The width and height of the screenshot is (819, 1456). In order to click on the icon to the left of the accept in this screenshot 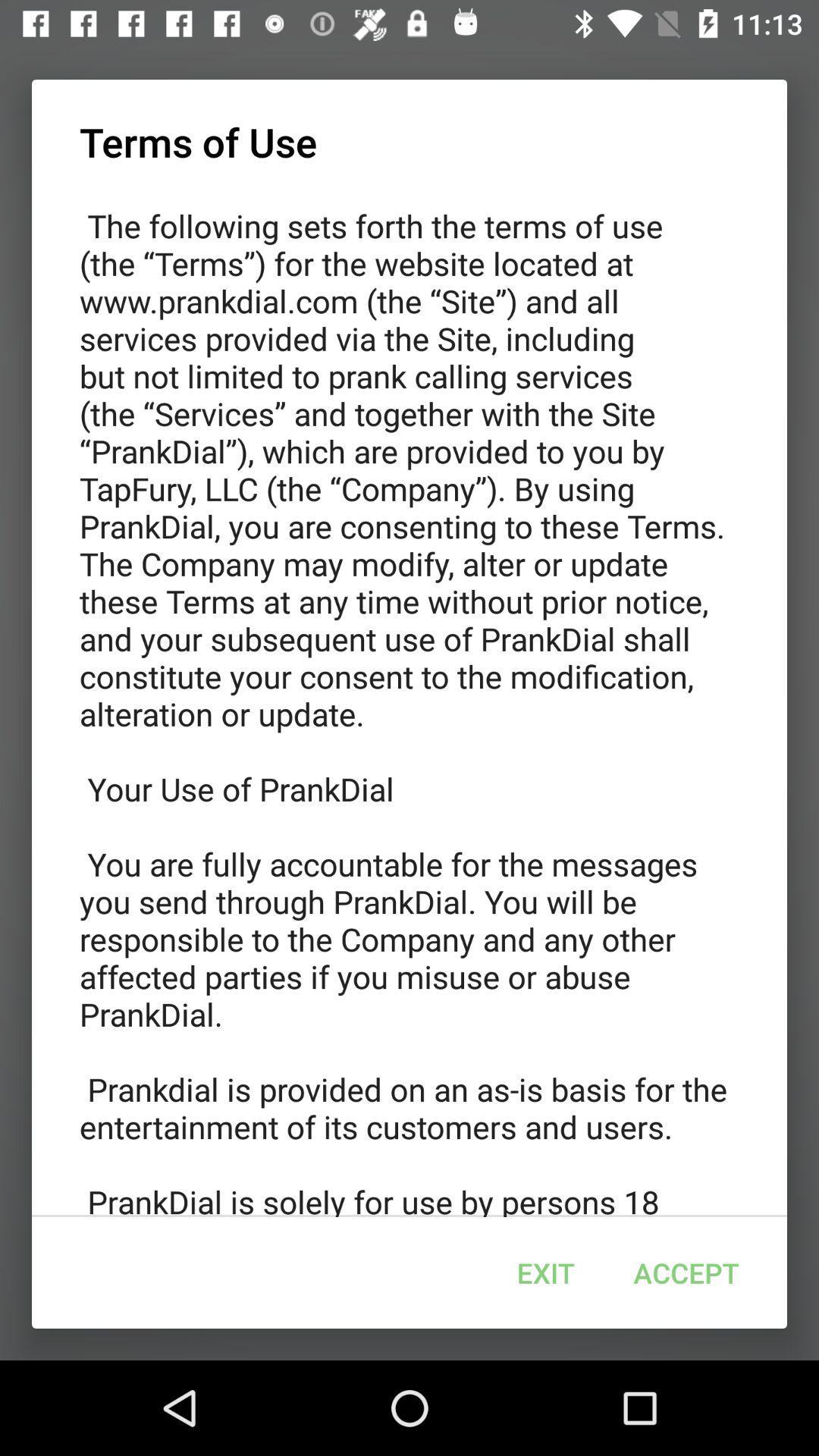, I will do `click(546, 1272)`.